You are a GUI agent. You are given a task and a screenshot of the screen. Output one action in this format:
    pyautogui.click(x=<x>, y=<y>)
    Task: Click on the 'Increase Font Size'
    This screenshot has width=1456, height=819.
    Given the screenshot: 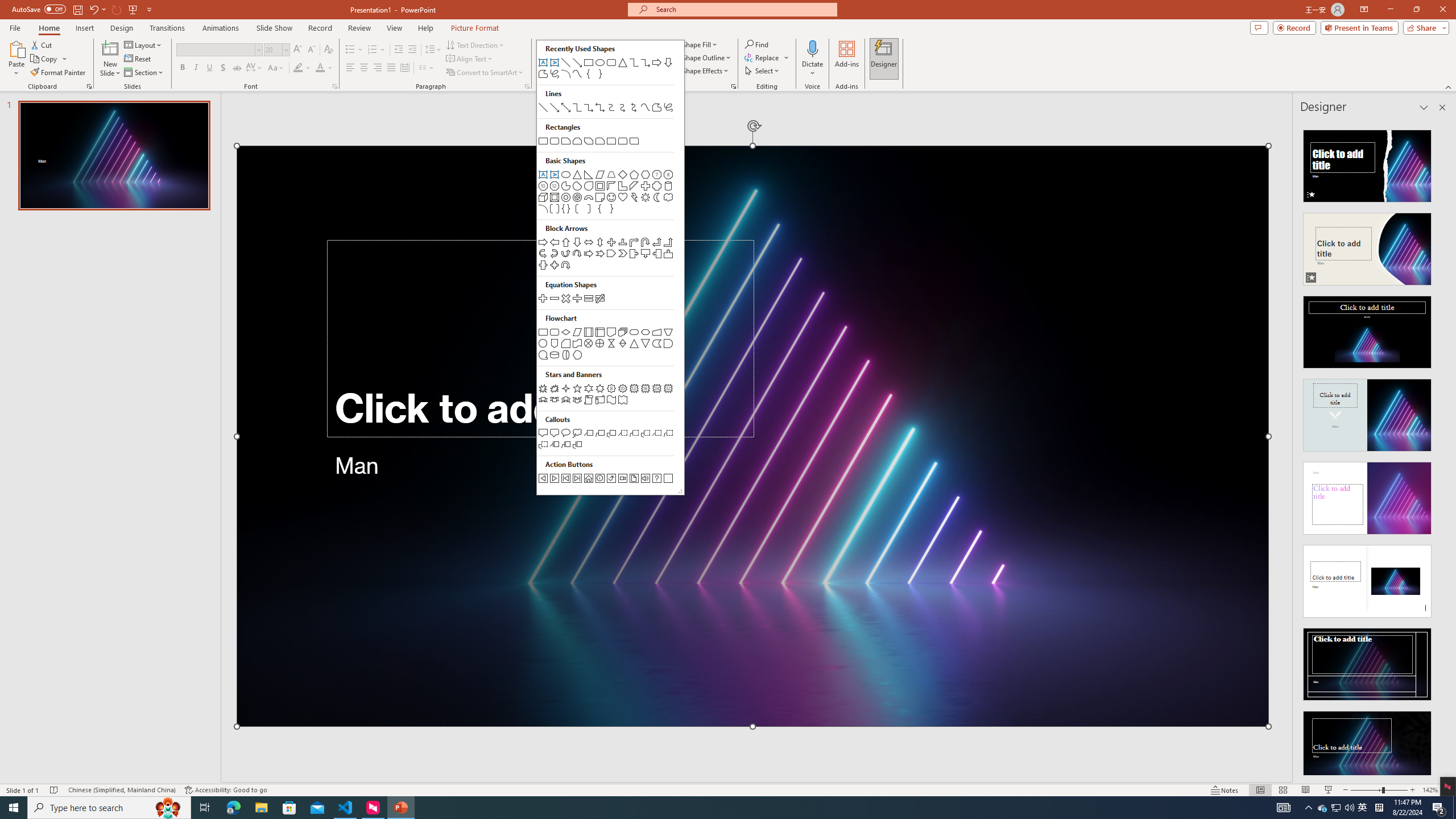 What is the action you would take?
    pyautogui.click(x=297, y=49)
    